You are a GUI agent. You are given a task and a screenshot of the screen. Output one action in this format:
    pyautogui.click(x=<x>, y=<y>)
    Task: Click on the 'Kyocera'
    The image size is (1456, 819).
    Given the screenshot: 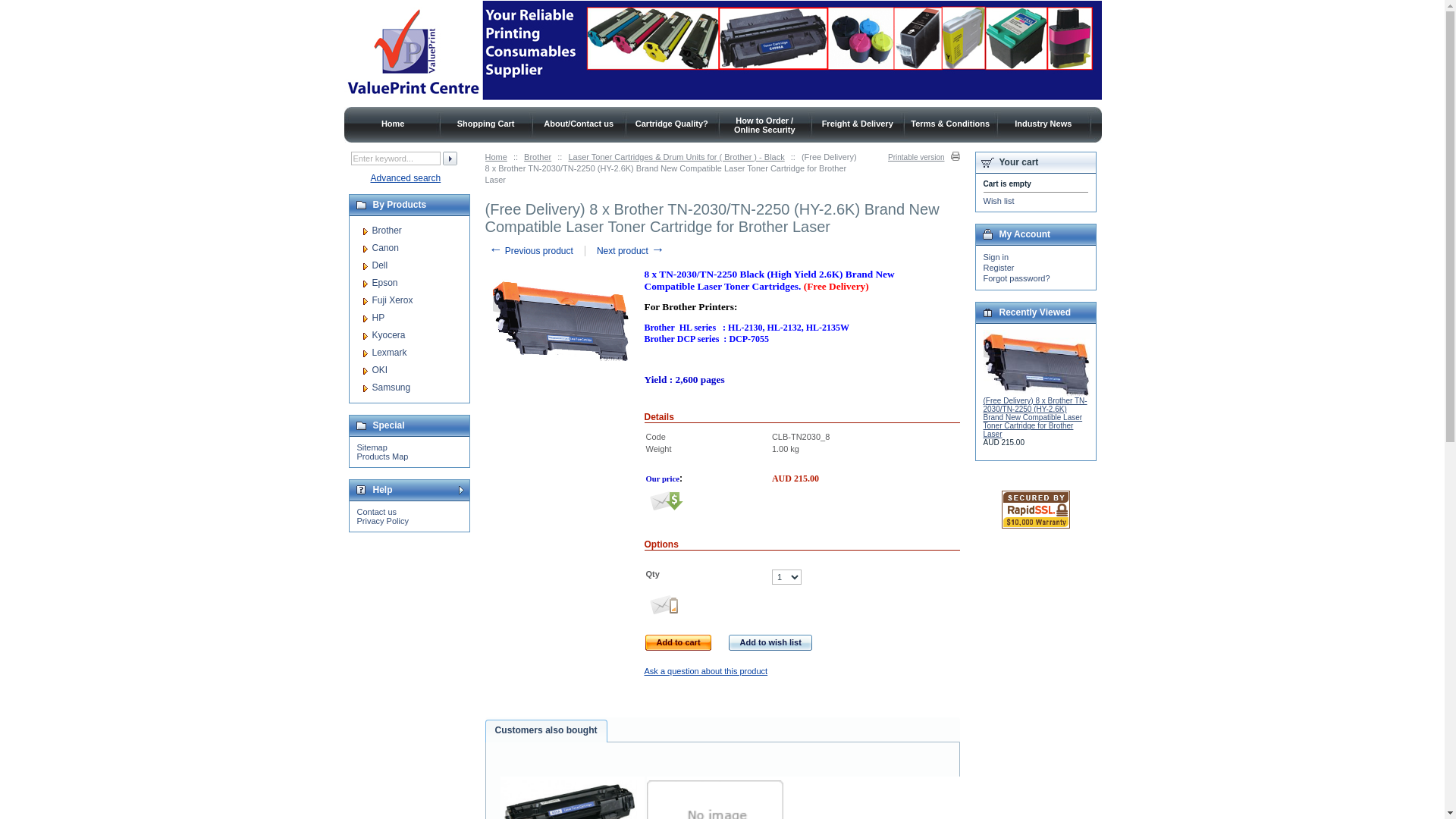 What is the action you would take?
    pyautogui.click(x=388, y=334)
    